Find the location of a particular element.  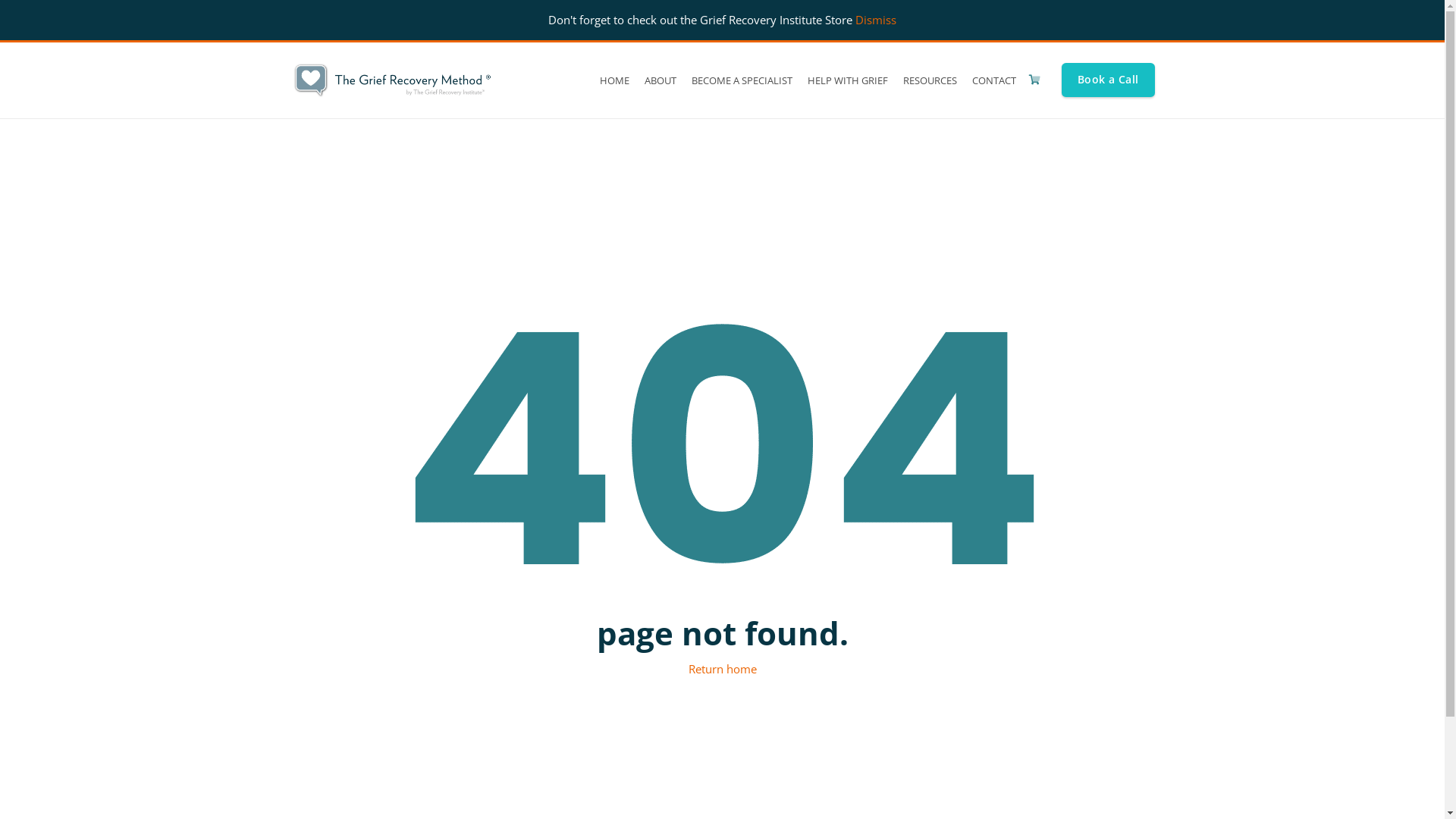

'Dismiss' is located at coordinates (876, 20).